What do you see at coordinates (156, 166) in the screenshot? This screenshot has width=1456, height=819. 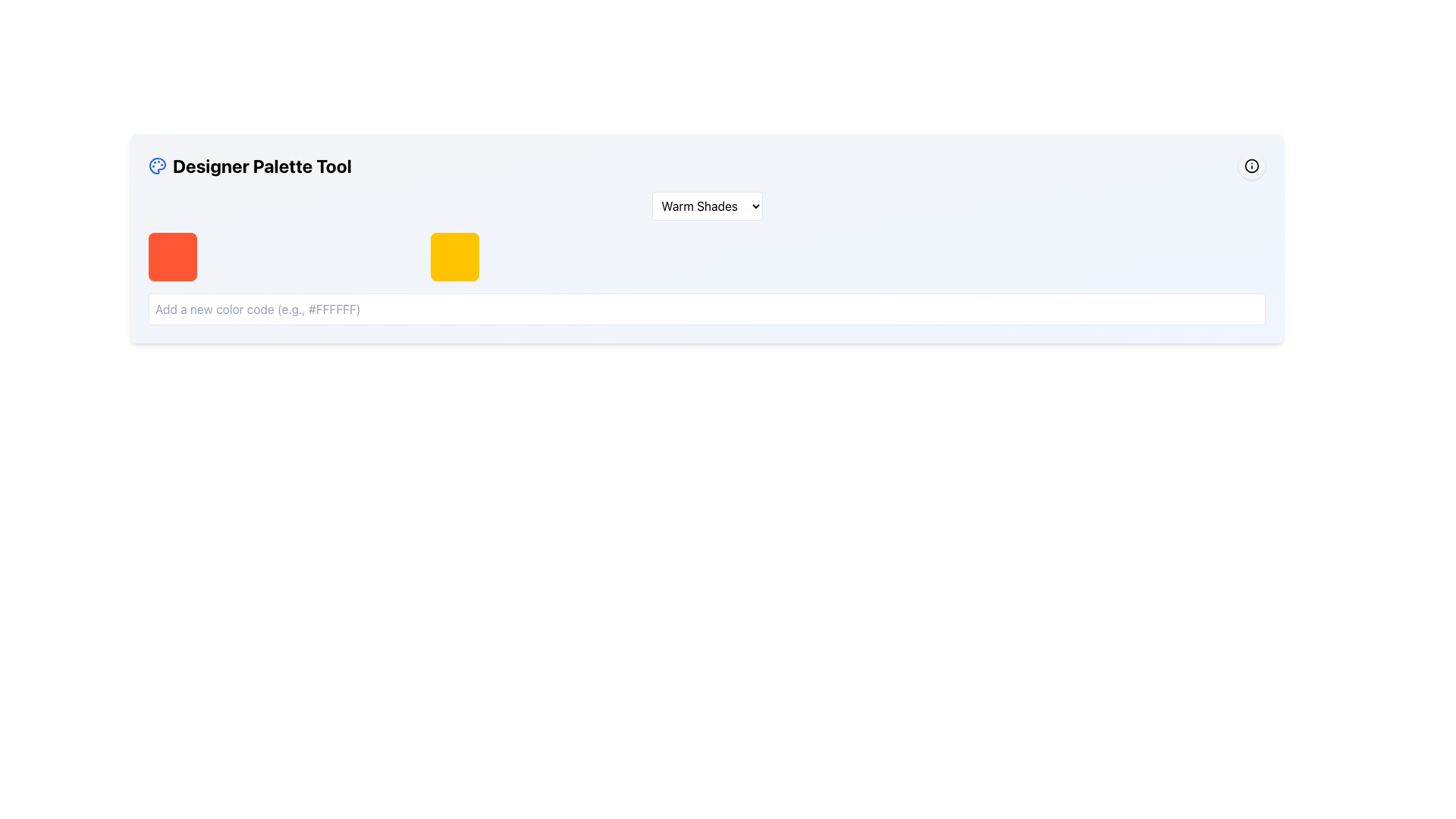 I see `the color palette icon located adjacent to the text 'Designer Palette Tool' in the top-left region of the interface` at bounding box center [156, 166].